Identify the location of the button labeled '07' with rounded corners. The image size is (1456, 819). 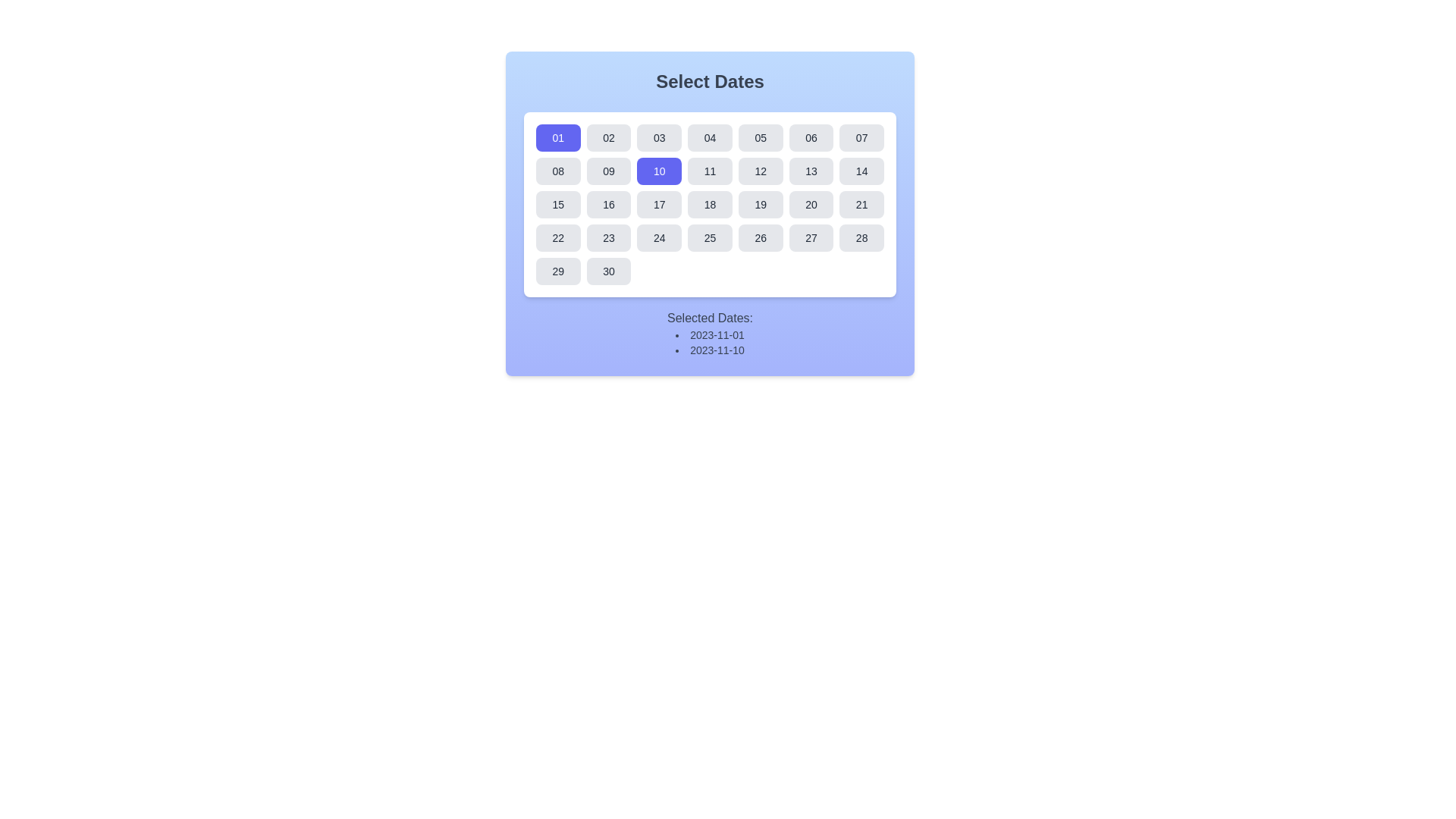
(861, 137).